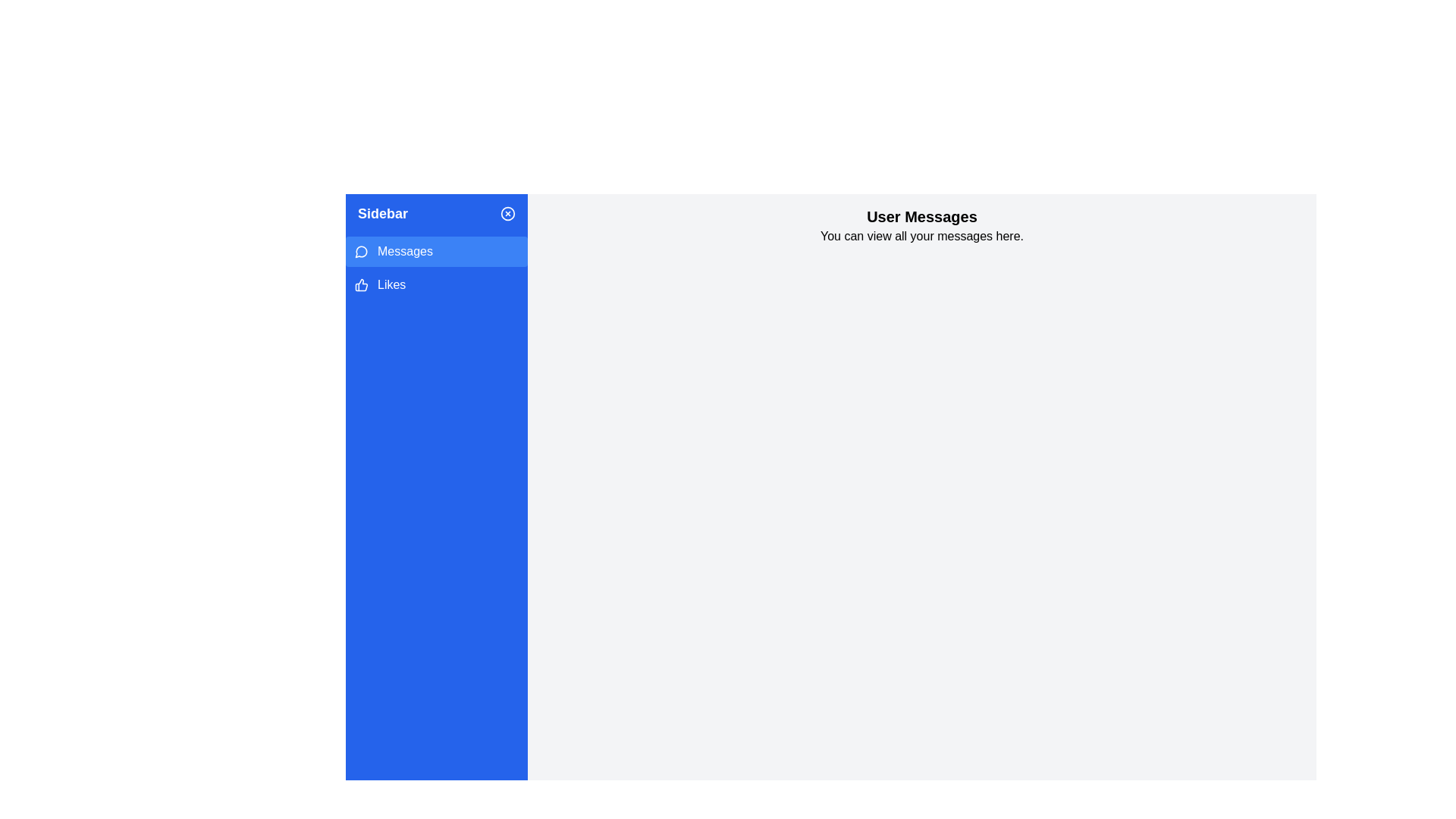  What do you see at coordinates (360, 284) in the screenshot?
I see `the thumbs-up vector graphic icon located in the blue sidebar, next to the 'Likes' text` at bounding box center [360, 284].